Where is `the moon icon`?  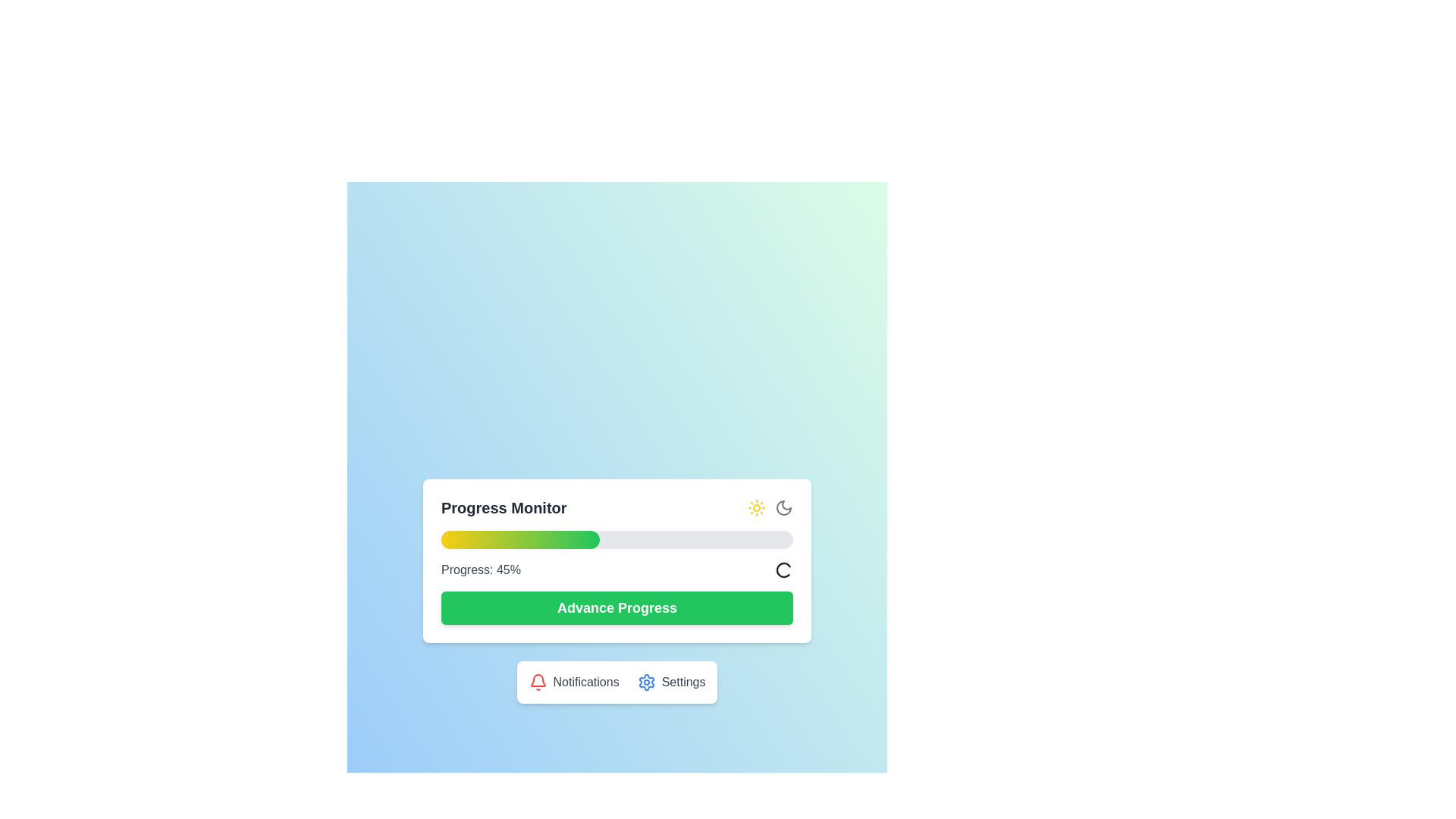 the moon icon is located at coordinates (783, 508).